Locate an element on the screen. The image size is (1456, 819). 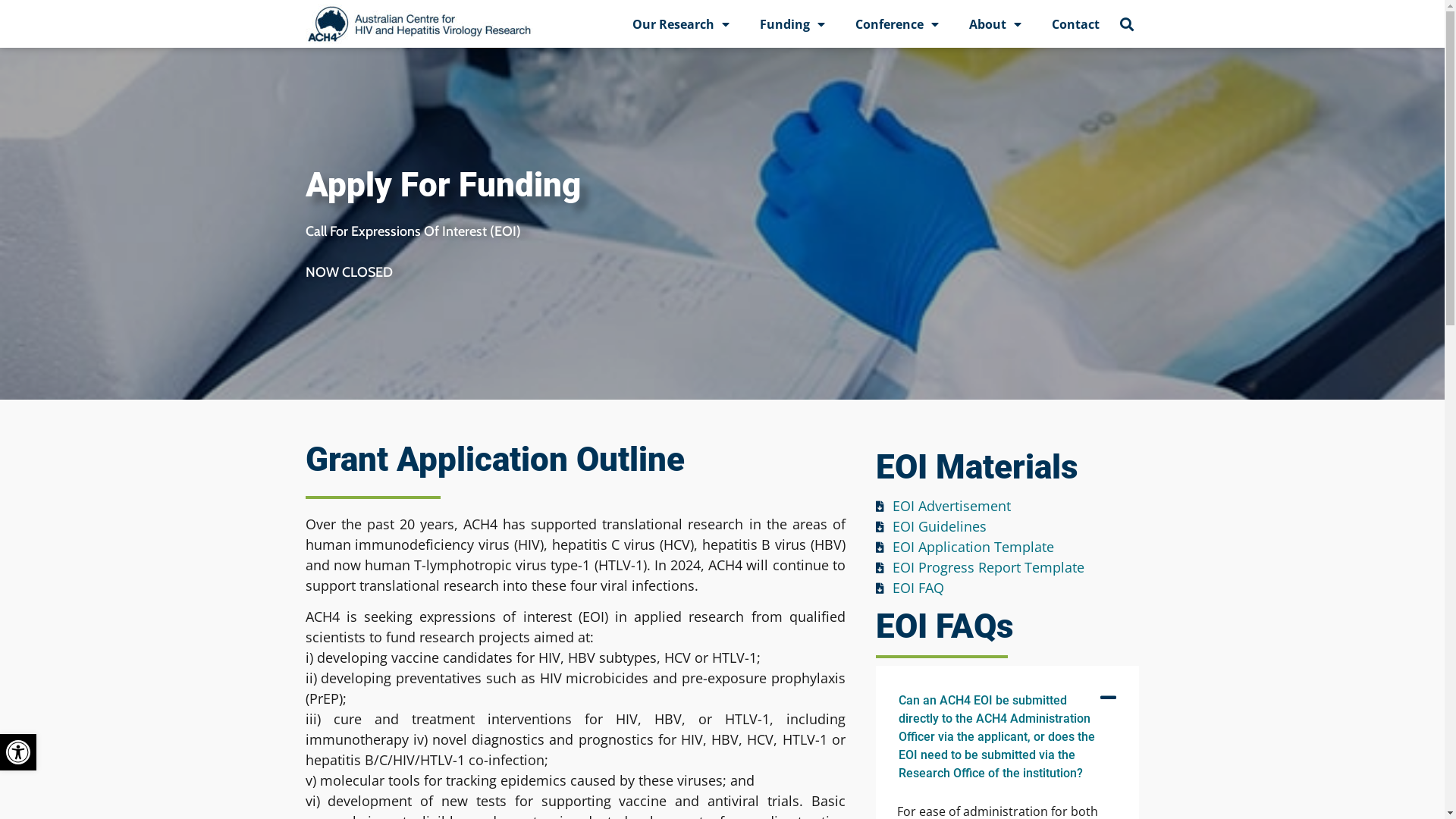
'Contact' is located at coordinates (1035, 24).